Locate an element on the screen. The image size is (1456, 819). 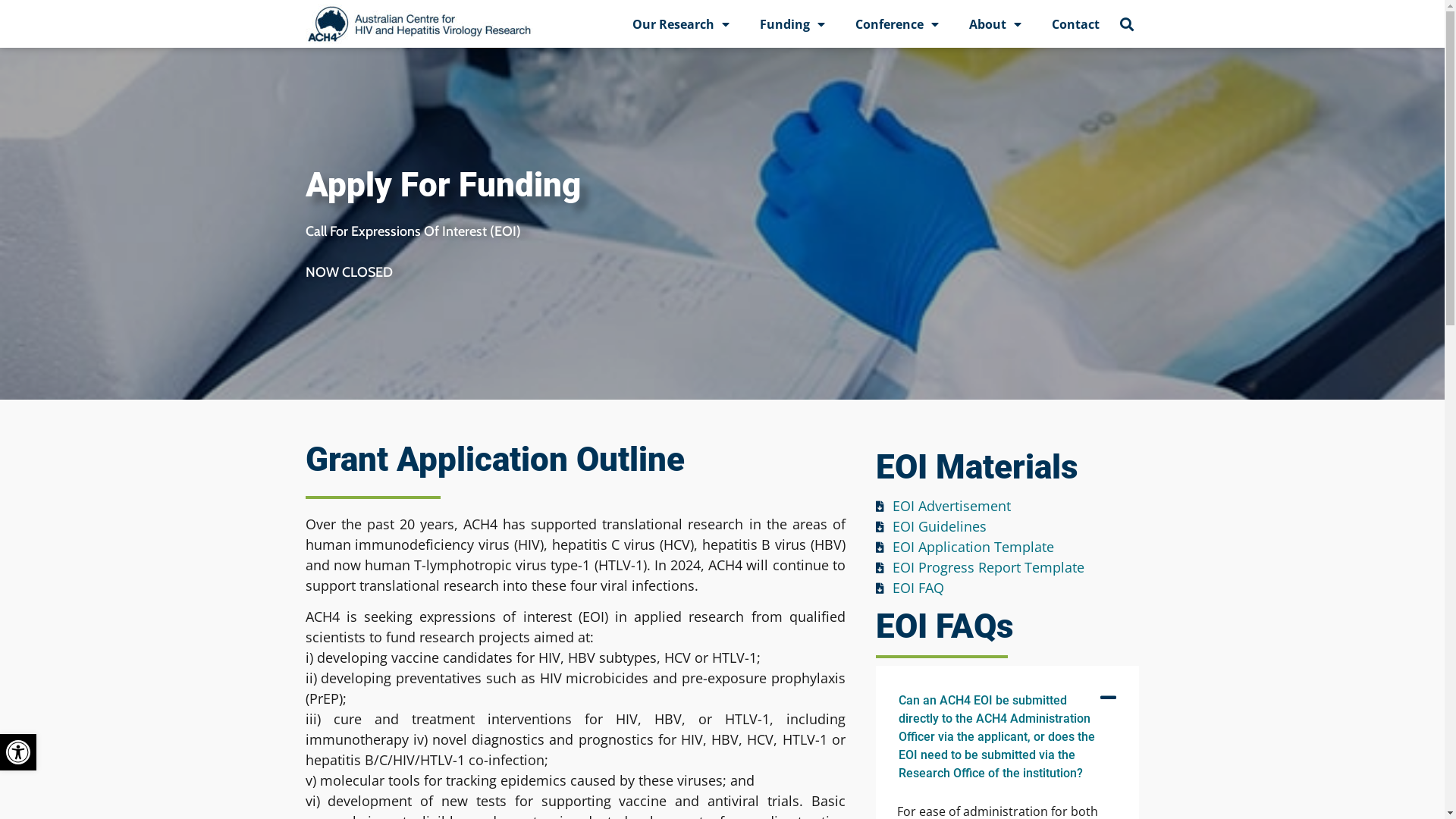
'Contact' is located at coordinates (1035, 24).